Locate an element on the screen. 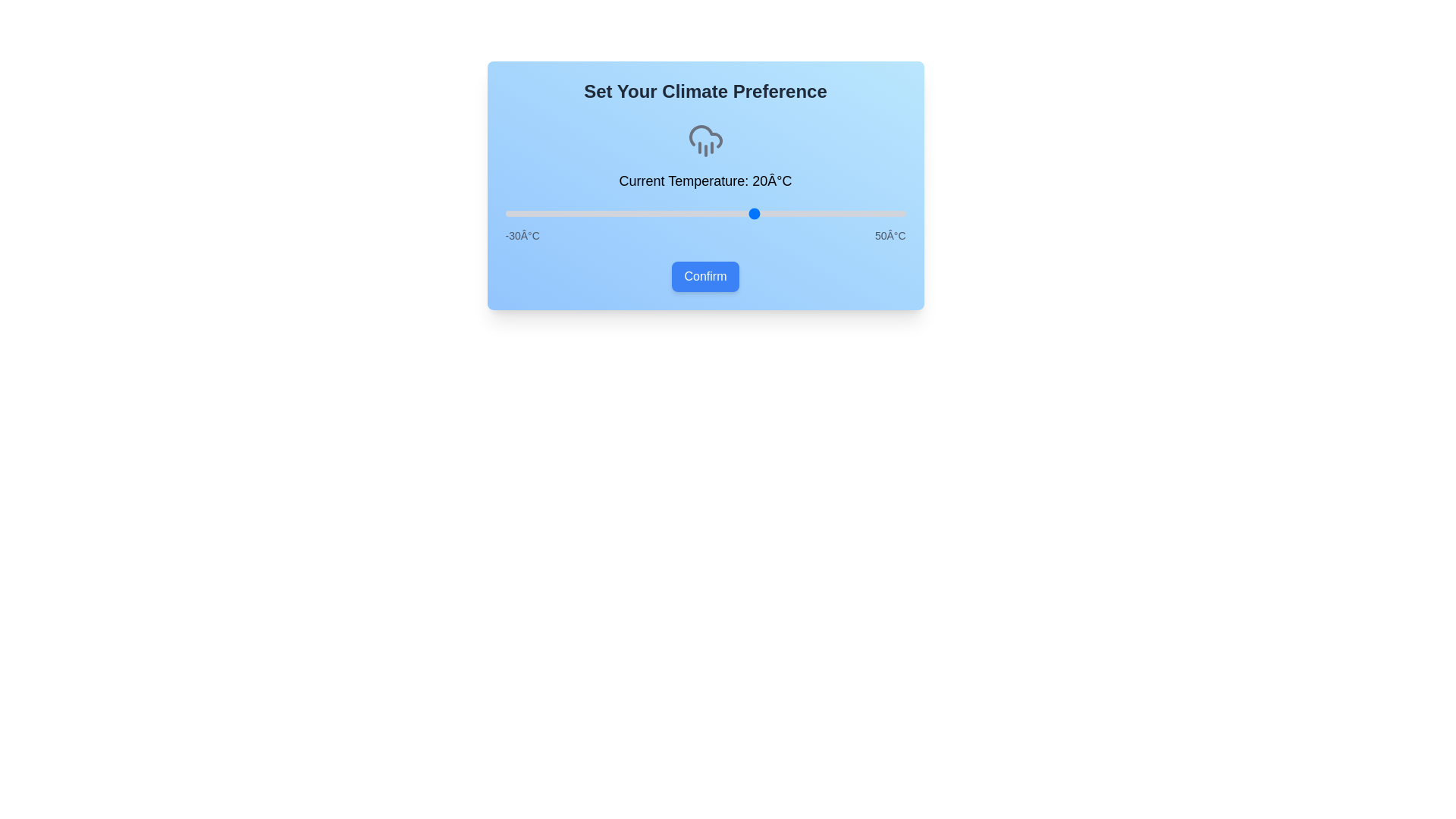 The image size is (1456, 819). 'Confirm' button to finalize the selection is located at coordinates (704, 277).